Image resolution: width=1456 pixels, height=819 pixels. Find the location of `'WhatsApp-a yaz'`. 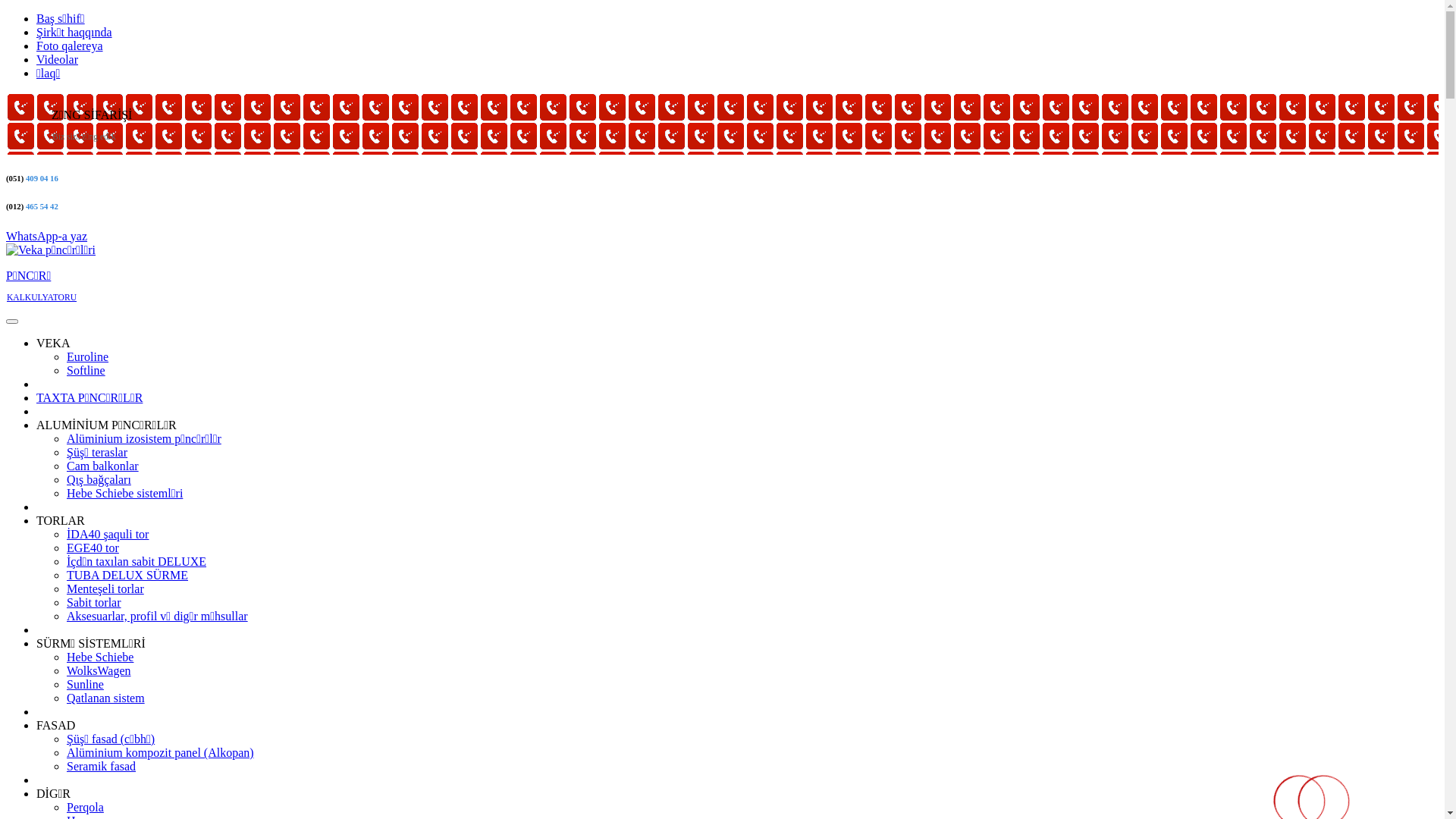

'WhatsApp-a yaz' is located at coordinates (46, 235).